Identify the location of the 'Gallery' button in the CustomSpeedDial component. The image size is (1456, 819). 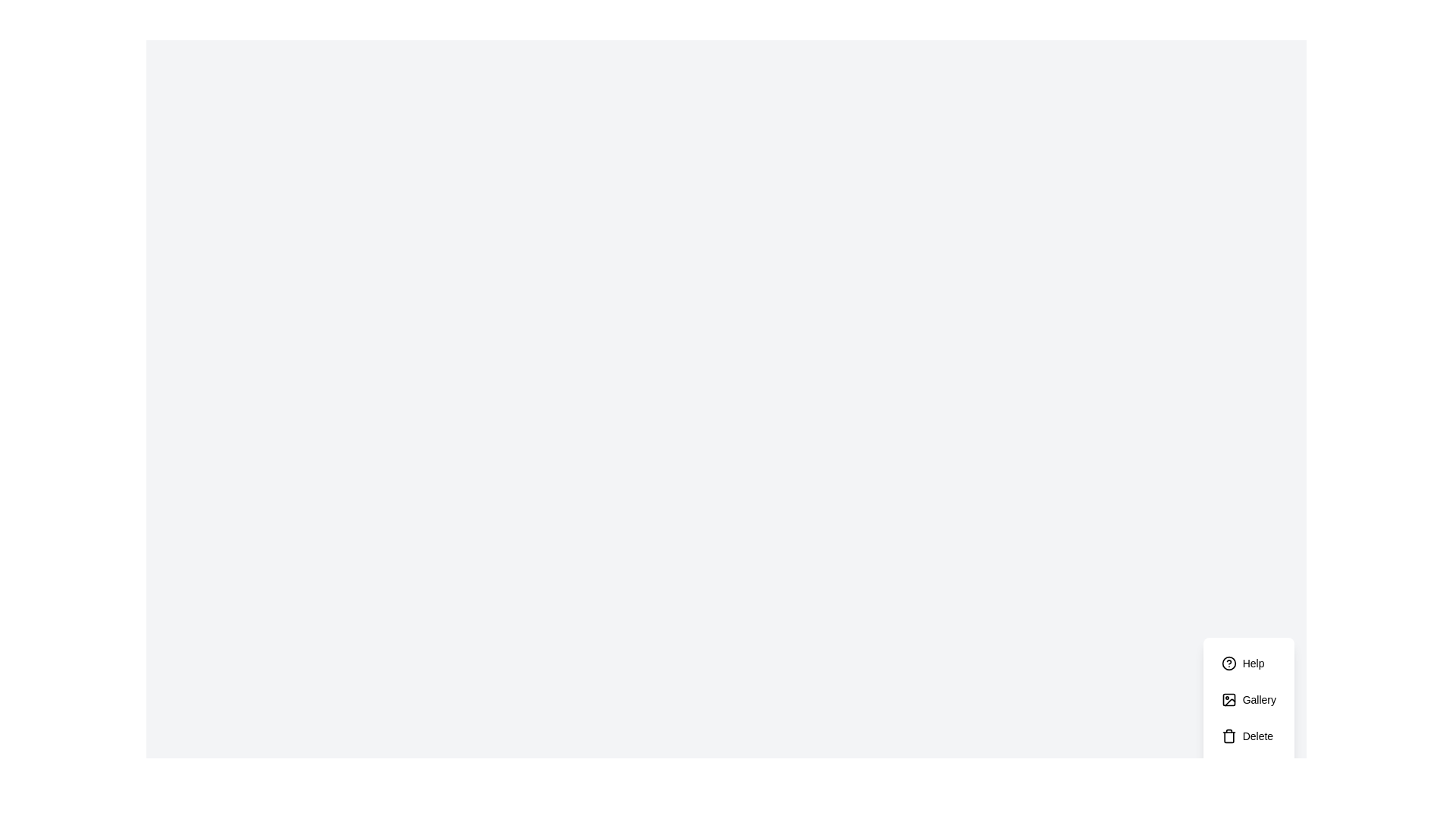
(1248, 699).